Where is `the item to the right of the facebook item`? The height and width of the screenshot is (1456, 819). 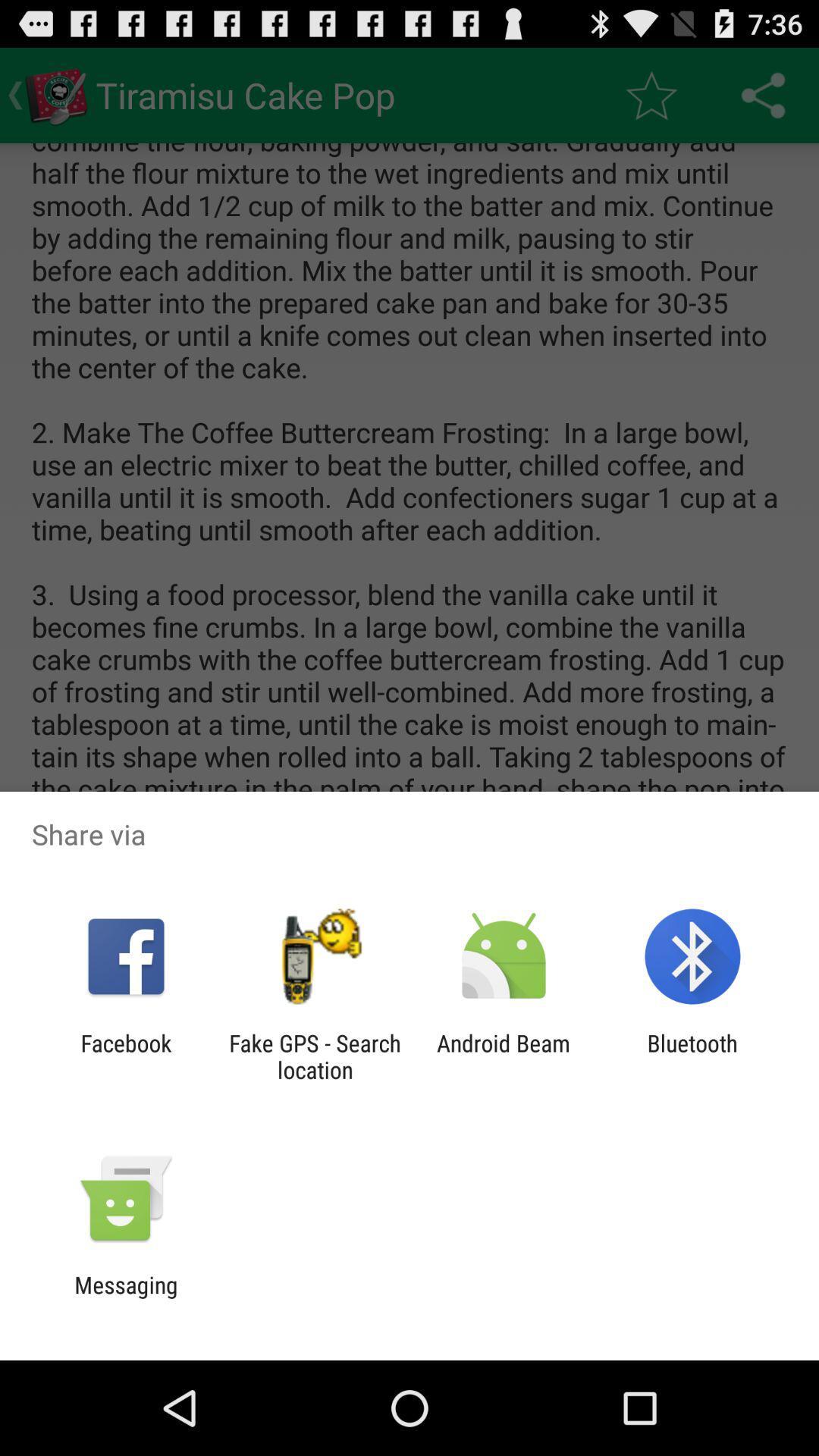
the item to the right of the facebook item is located at coordinates (314, 1056).